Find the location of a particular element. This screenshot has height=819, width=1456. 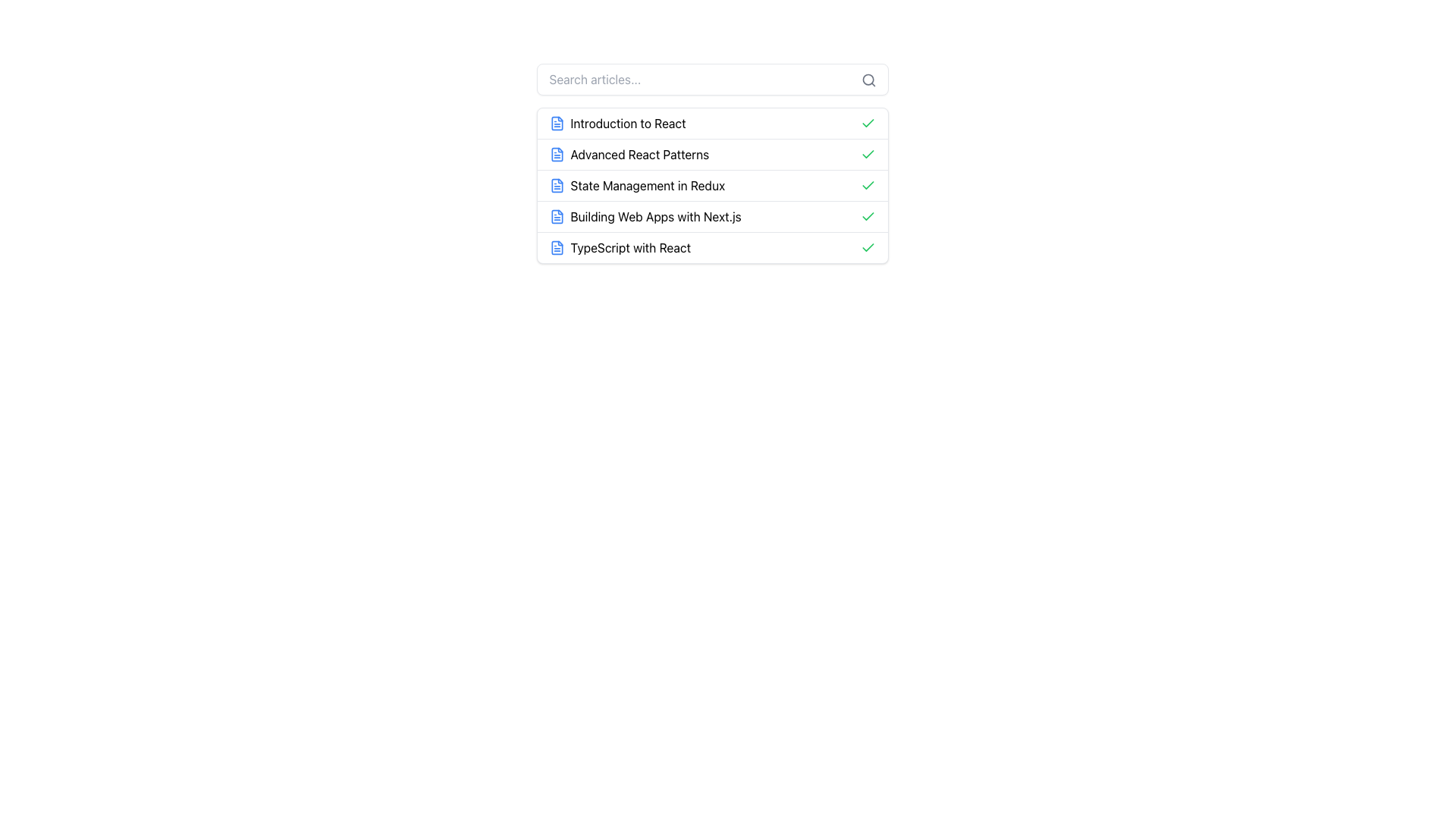

the second menu item in the vertical list under 'Search articles...' is located at coordinates (711, 164).